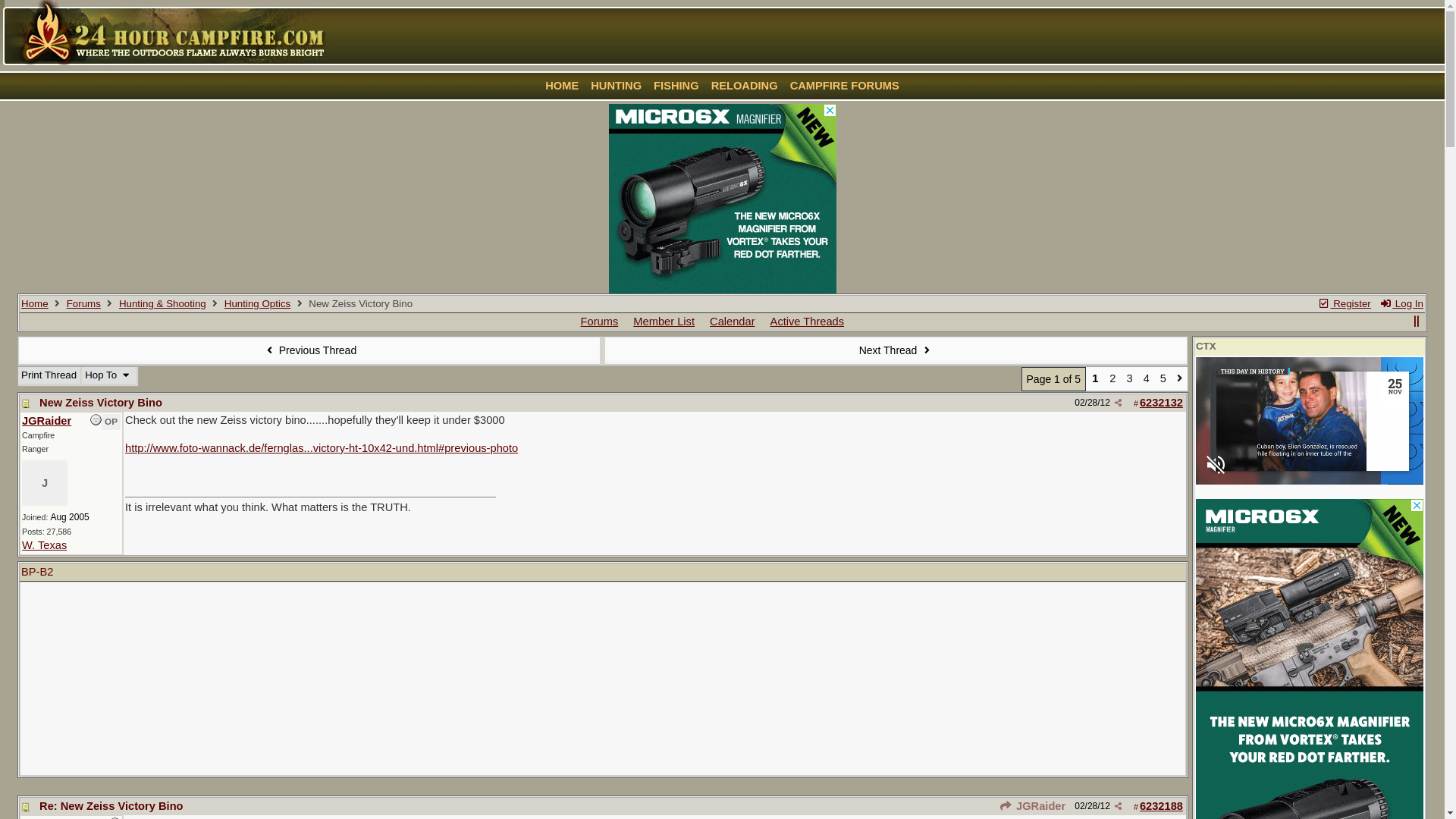  What do you see at coordinates (1163, 378) in the screenshot?
I see `'5'` at bounding box center [1163, 378].